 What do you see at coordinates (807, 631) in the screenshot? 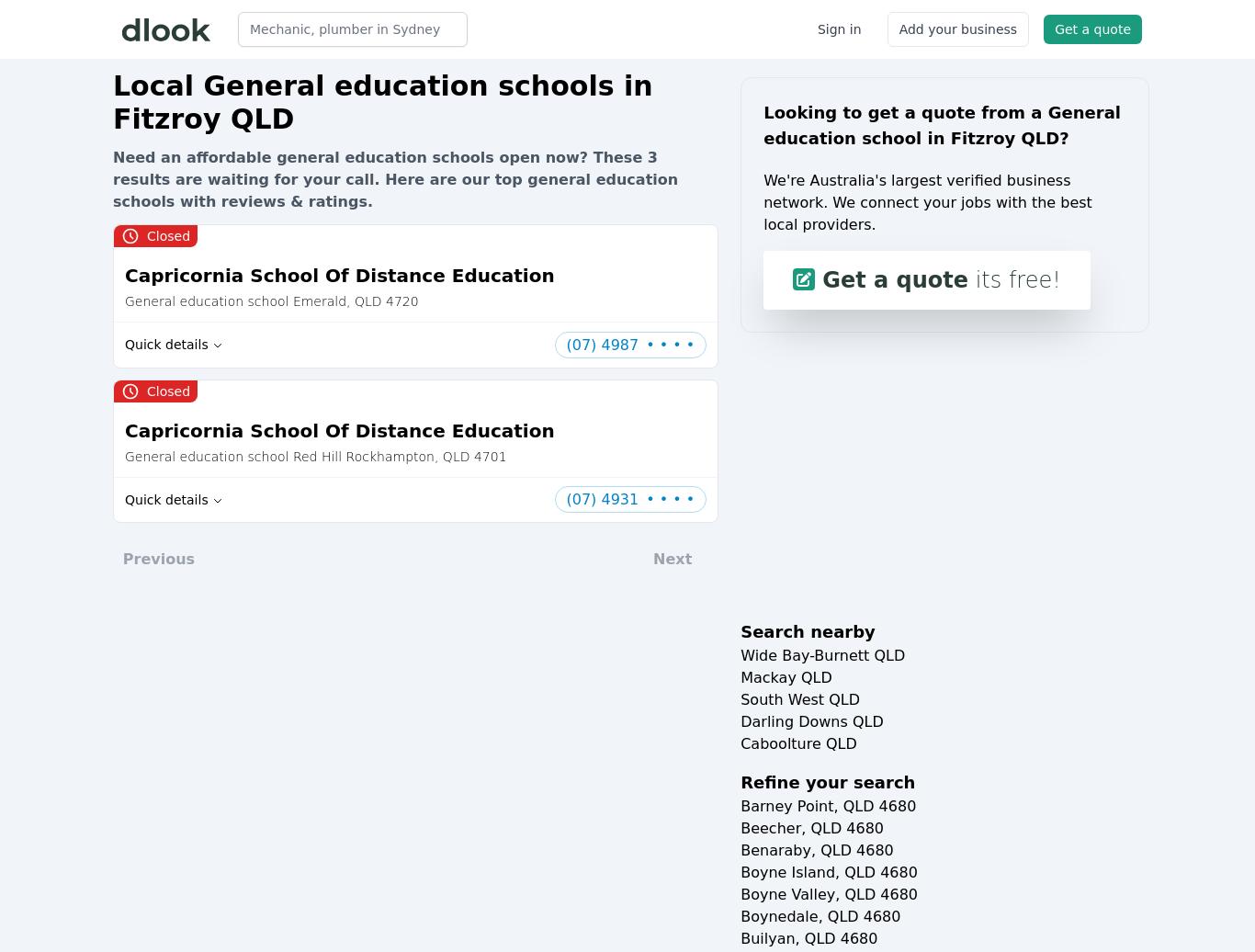
I see `'Search nearby'` at bounding box center [807, 631].